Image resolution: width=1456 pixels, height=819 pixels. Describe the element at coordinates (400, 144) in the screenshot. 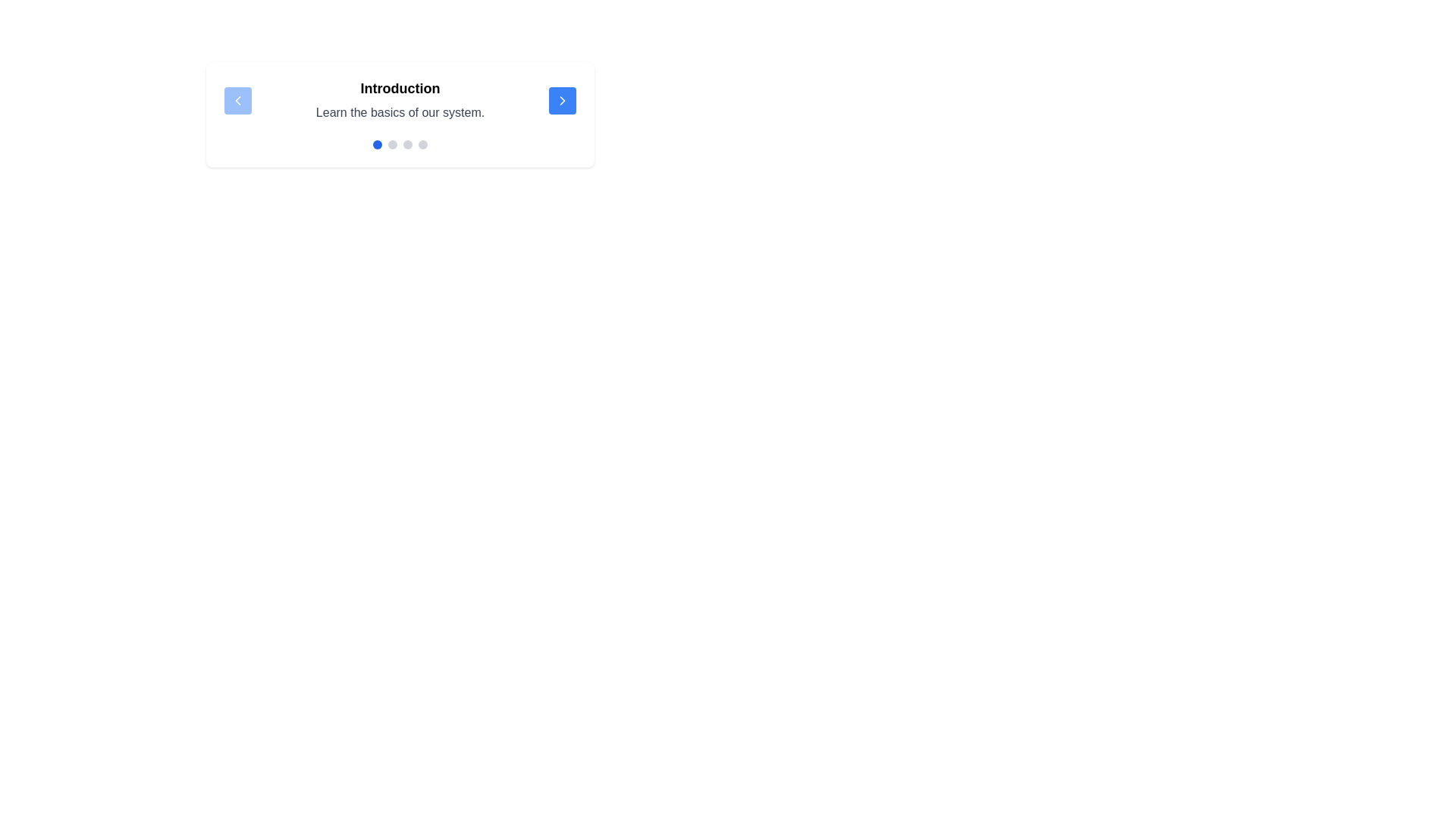

I see `the blue circle Carousel indicator located at the bottom of the card` at that location.